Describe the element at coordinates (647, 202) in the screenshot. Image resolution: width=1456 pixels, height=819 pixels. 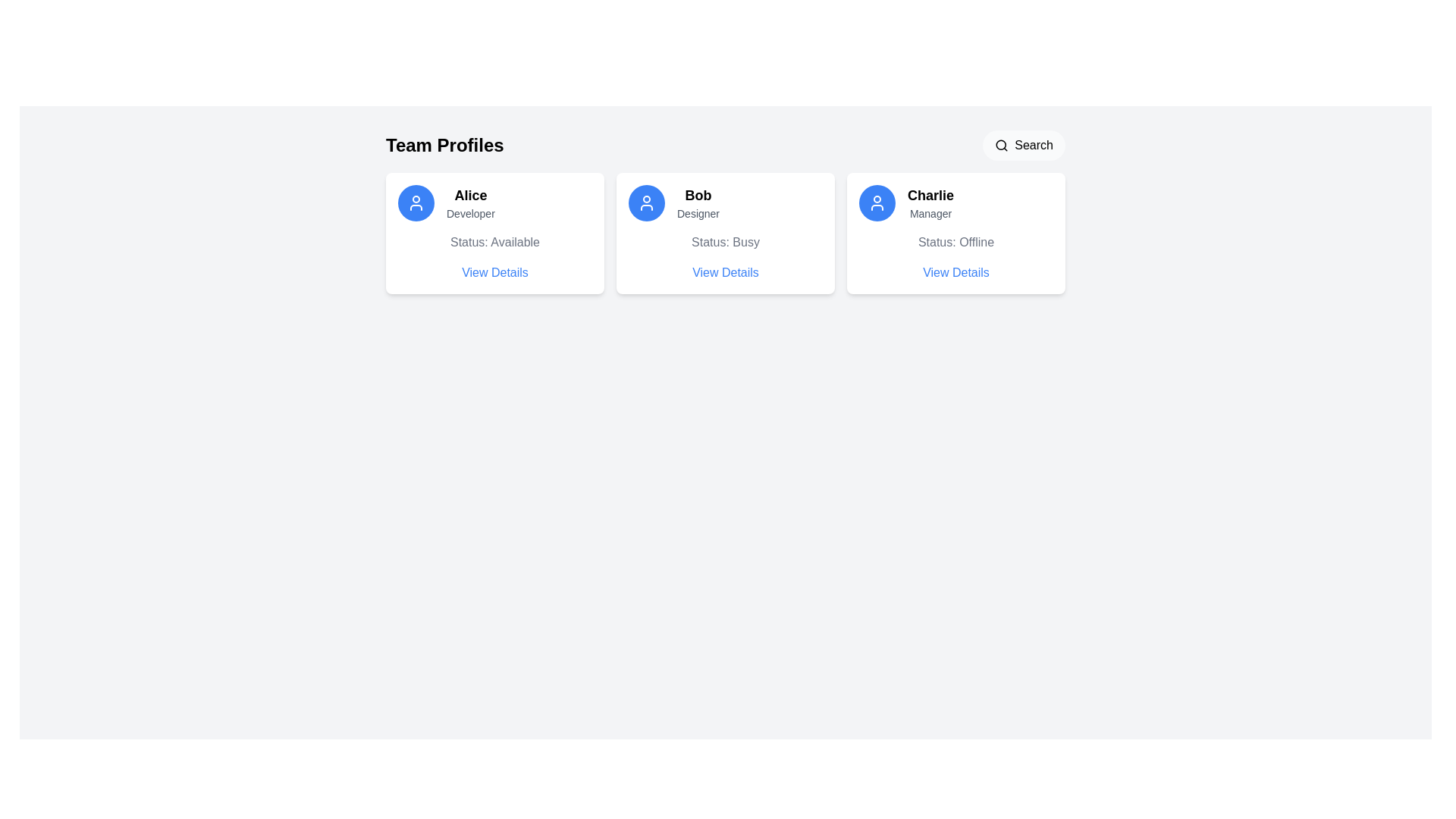
I see `the circular blue icon with a white outline illustration of a user profile located in the top-left corner of 'Bob's profile card in the 'Team Profiles' interface` at that location.